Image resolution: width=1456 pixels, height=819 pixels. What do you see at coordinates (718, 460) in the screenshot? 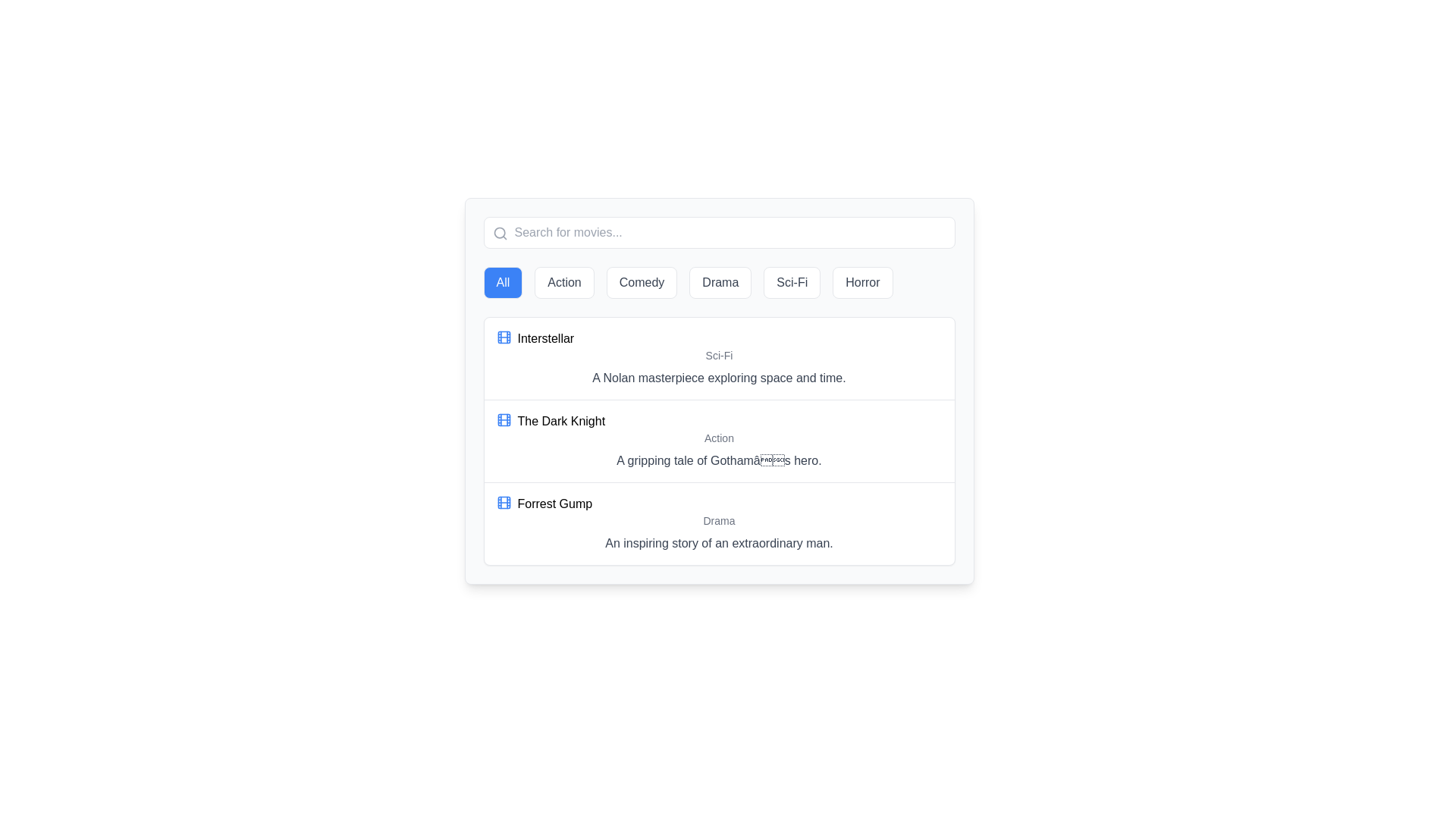
I see `the descriptive text label providing additional information about the movie 'The Dark Knight', which is located below the title and genre information in the movie entry section` at bounding box center [718, 460].